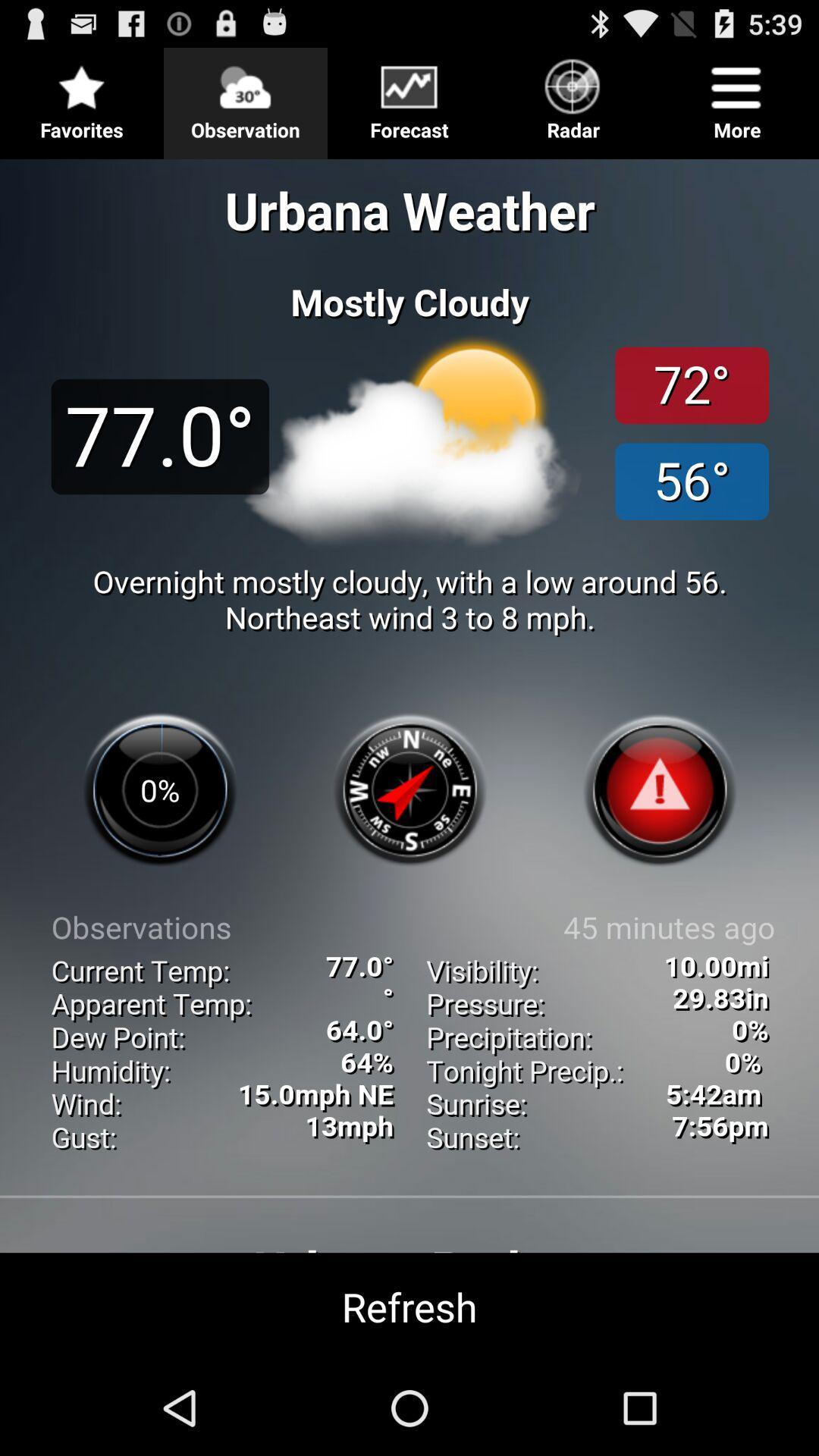 This screenshot has width=819, height=1456. I want to click on open menu, so click(409, 96).